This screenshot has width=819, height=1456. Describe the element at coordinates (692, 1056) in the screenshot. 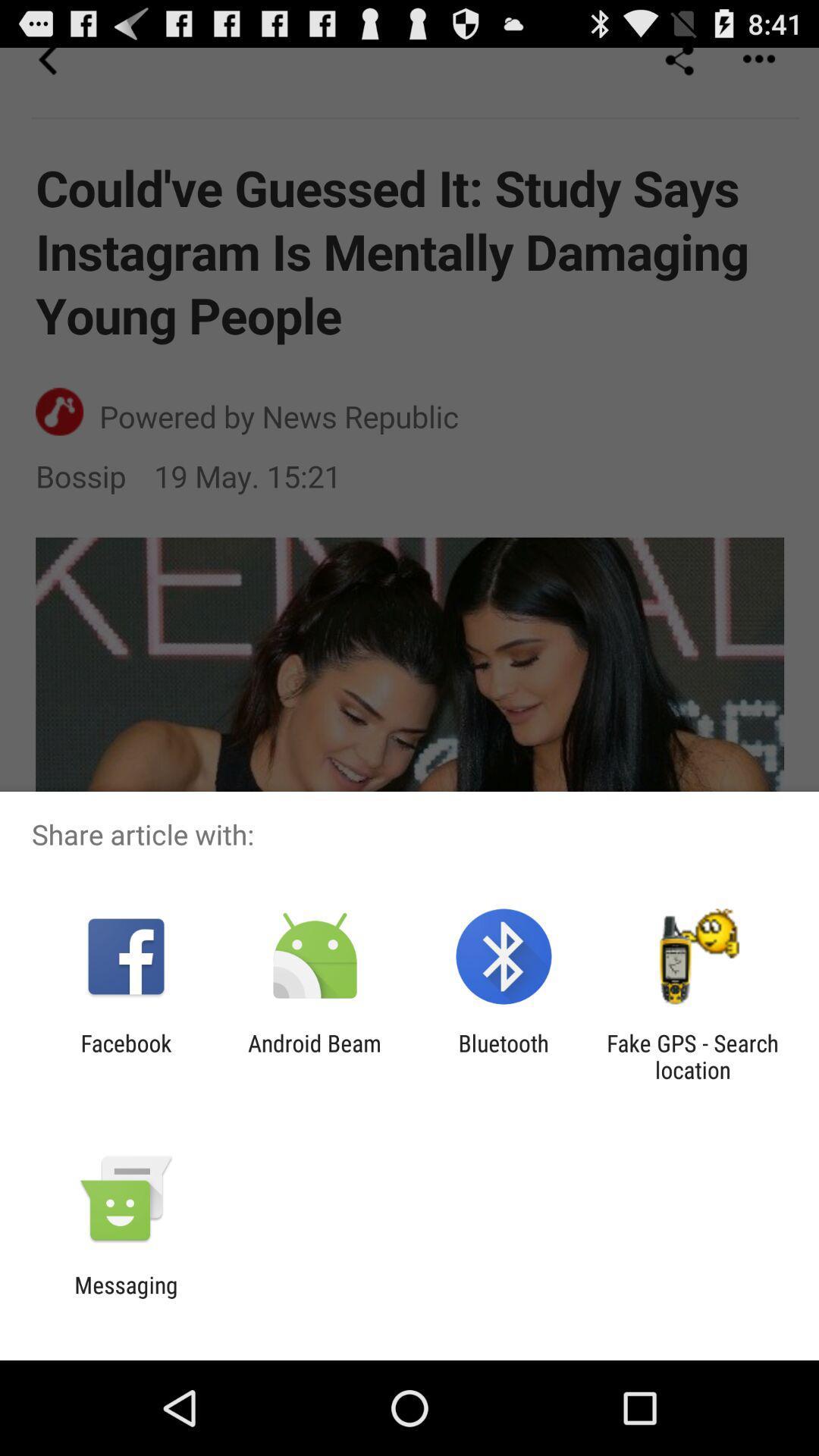

I see `the fake gps search` at that location.